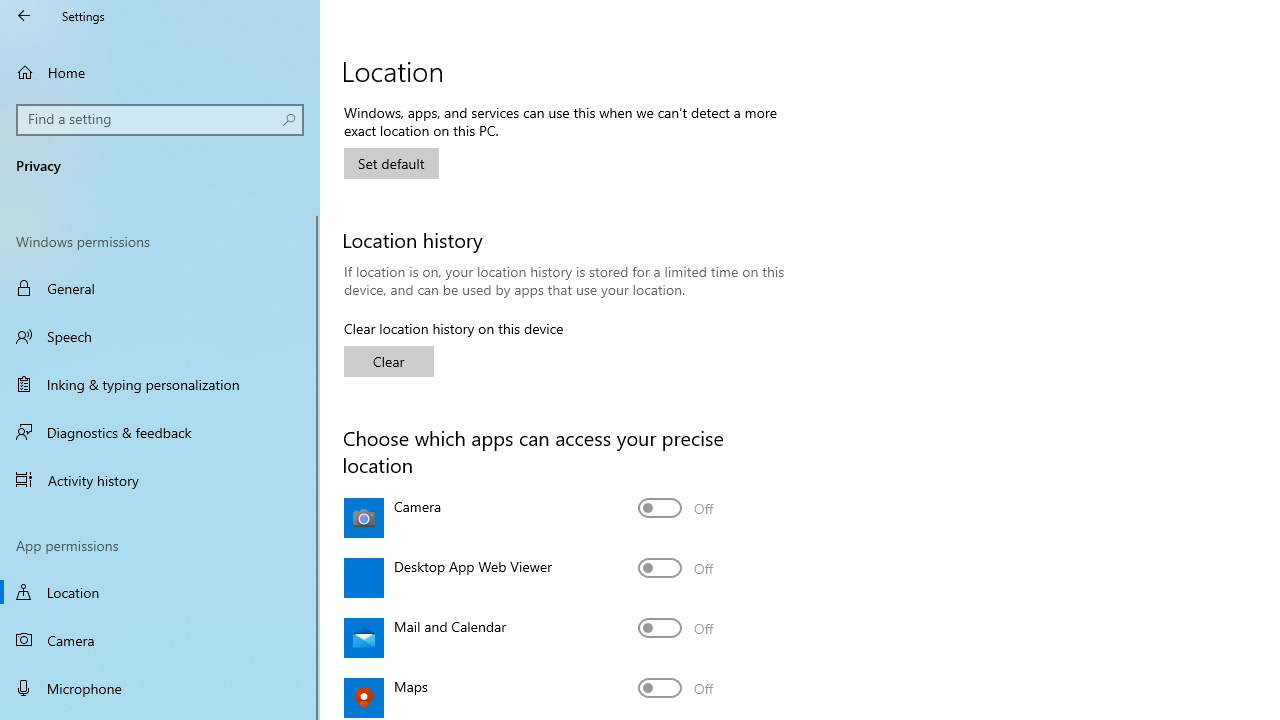 The width and height of the screenshot is (1280, 720). What do you see at coordinates (160, 119) in the screenshot?
I see `'Search box, Find a setting'` at bounding box center [160, 119].